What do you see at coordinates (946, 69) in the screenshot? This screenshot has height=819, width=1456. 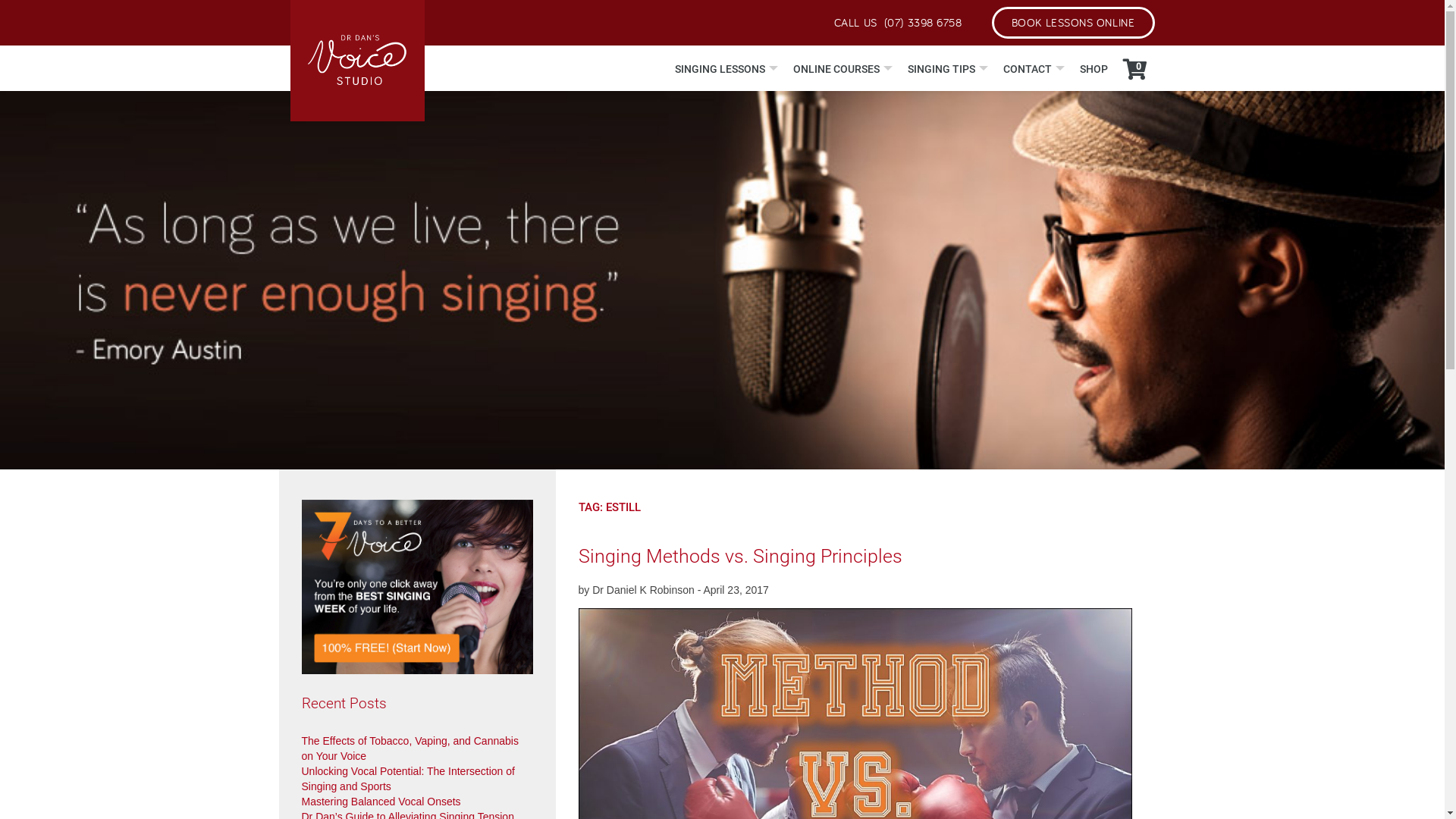 I see `'SINGING TIPS'` at bounding box center [946, 69].